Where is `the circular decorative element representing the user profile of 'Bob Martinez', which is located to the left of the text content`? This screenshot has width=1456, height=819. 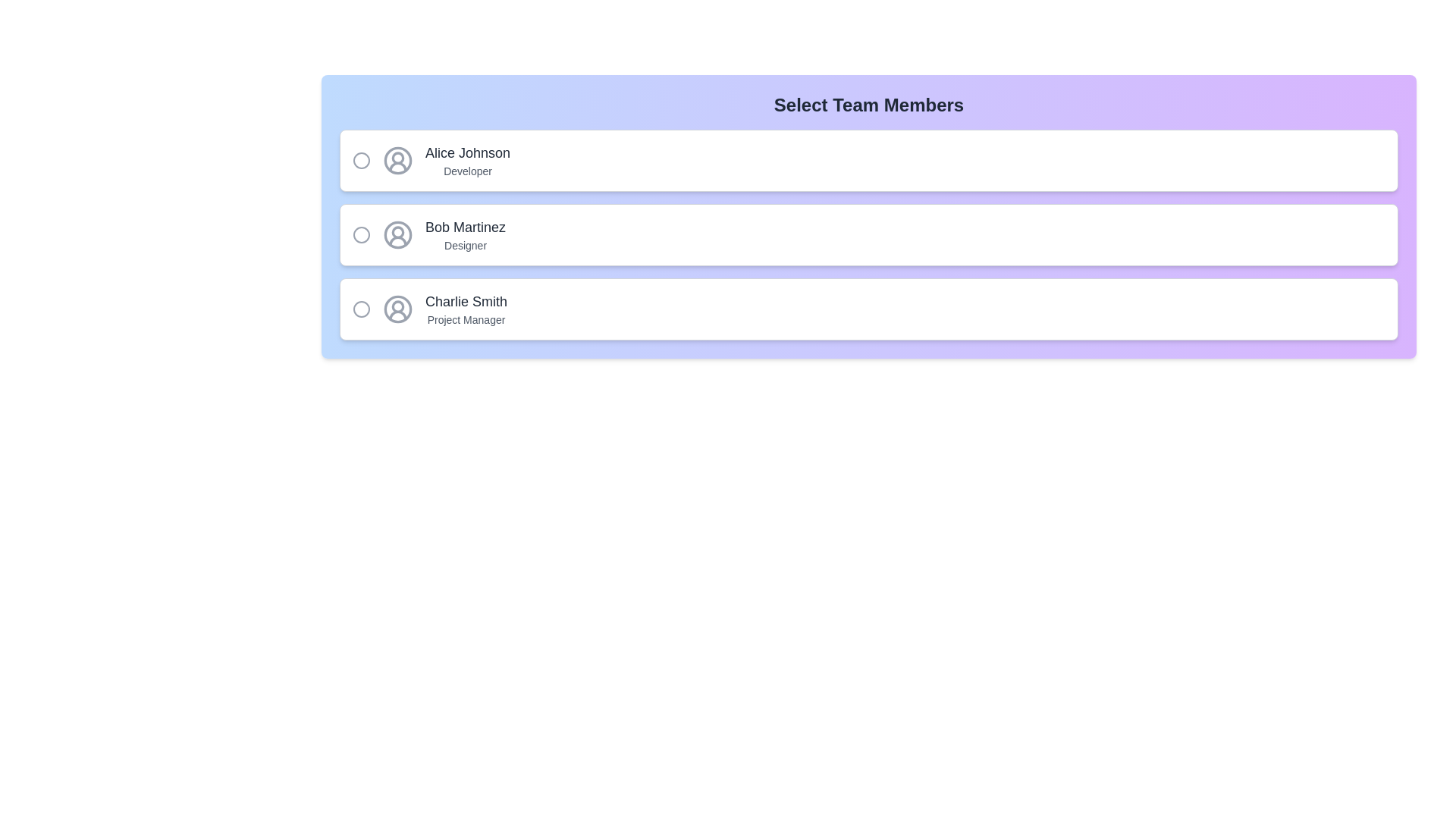
the circular decorative element representing the user profile of 'Bob Martinez', which is located to the left of the text content is located at coordinates (397, 231).